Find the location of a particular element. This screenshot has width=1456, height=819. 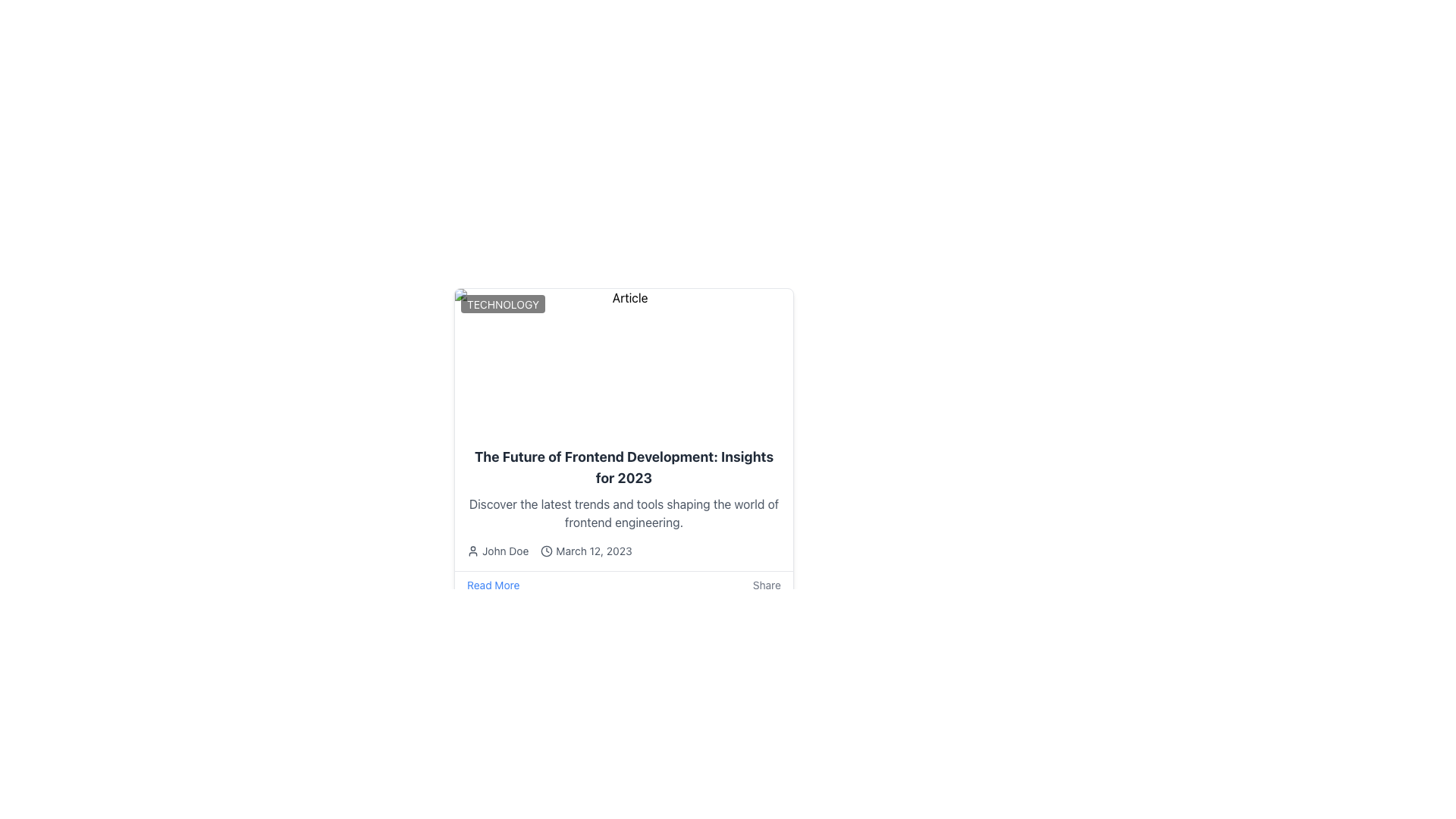

the text label styled as a tag with the uppercase text 'TECHNOLOGY' on a black rounded rectangle background is located at coordinates (503, 304).